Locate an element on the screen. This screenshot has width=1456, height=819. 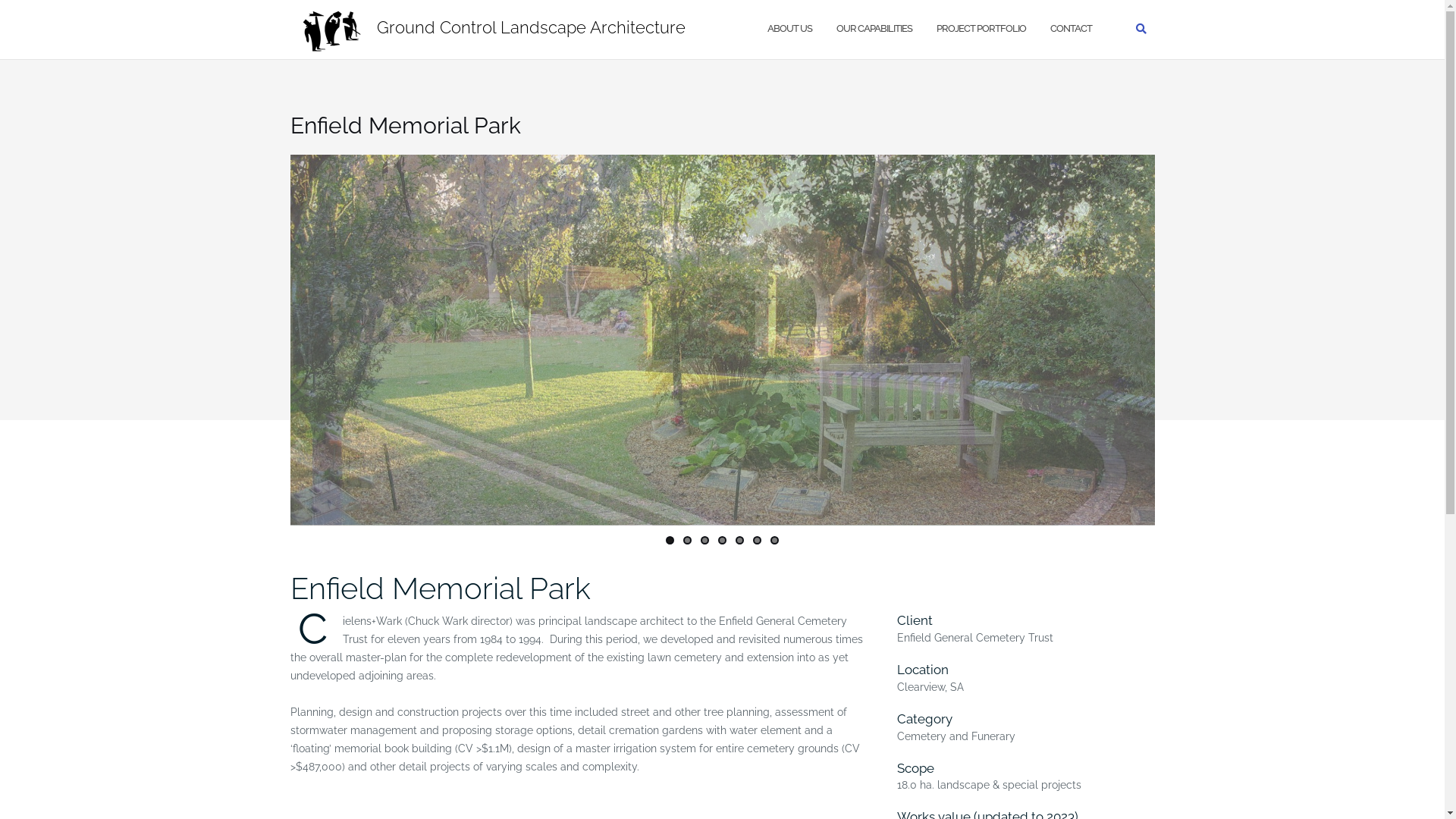
'Enfield Memorial Park' is located at coordinates (439, 587).